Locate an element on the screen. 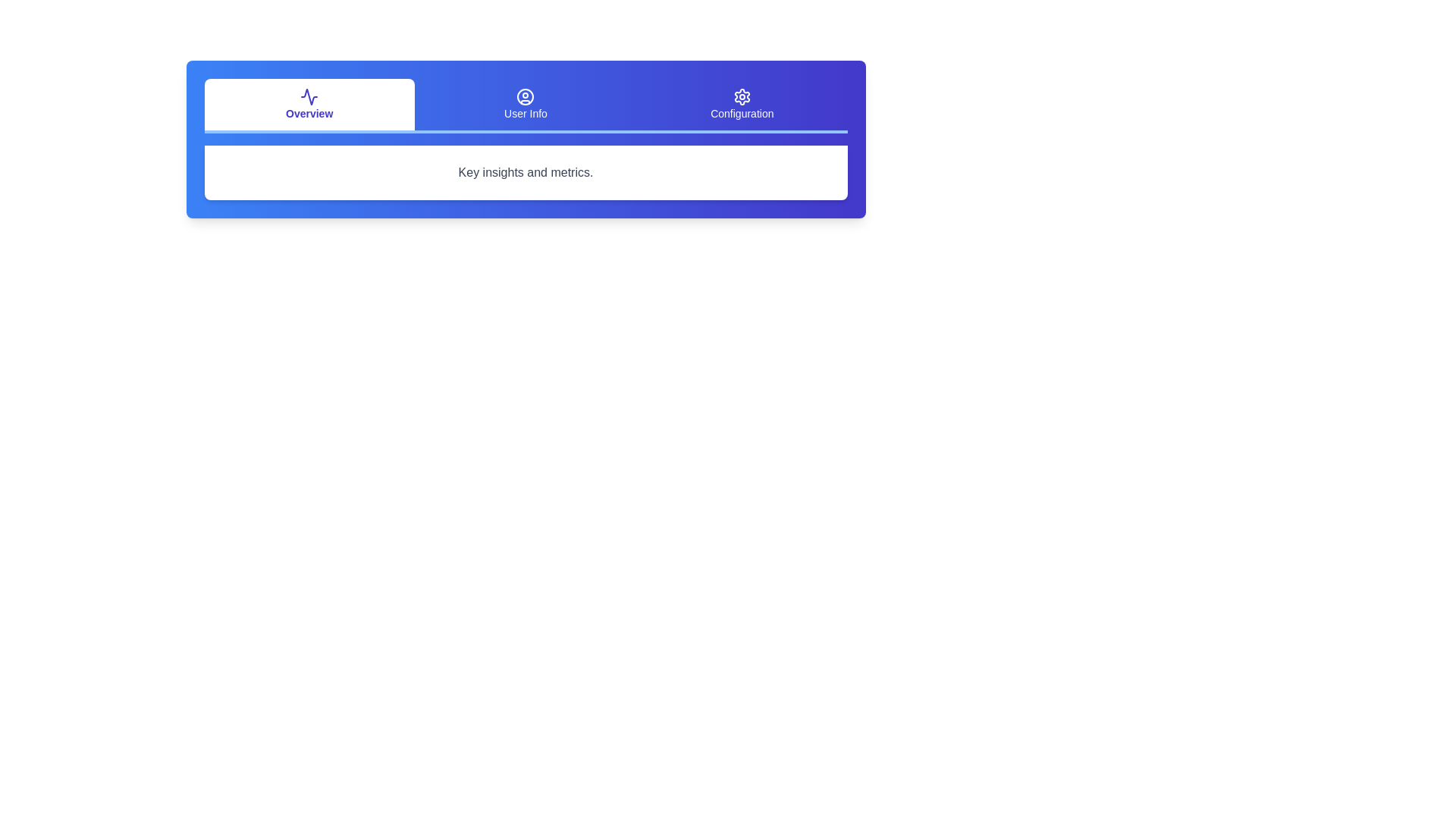  the Configuration tab to select it is located at coordinates (742, 104).